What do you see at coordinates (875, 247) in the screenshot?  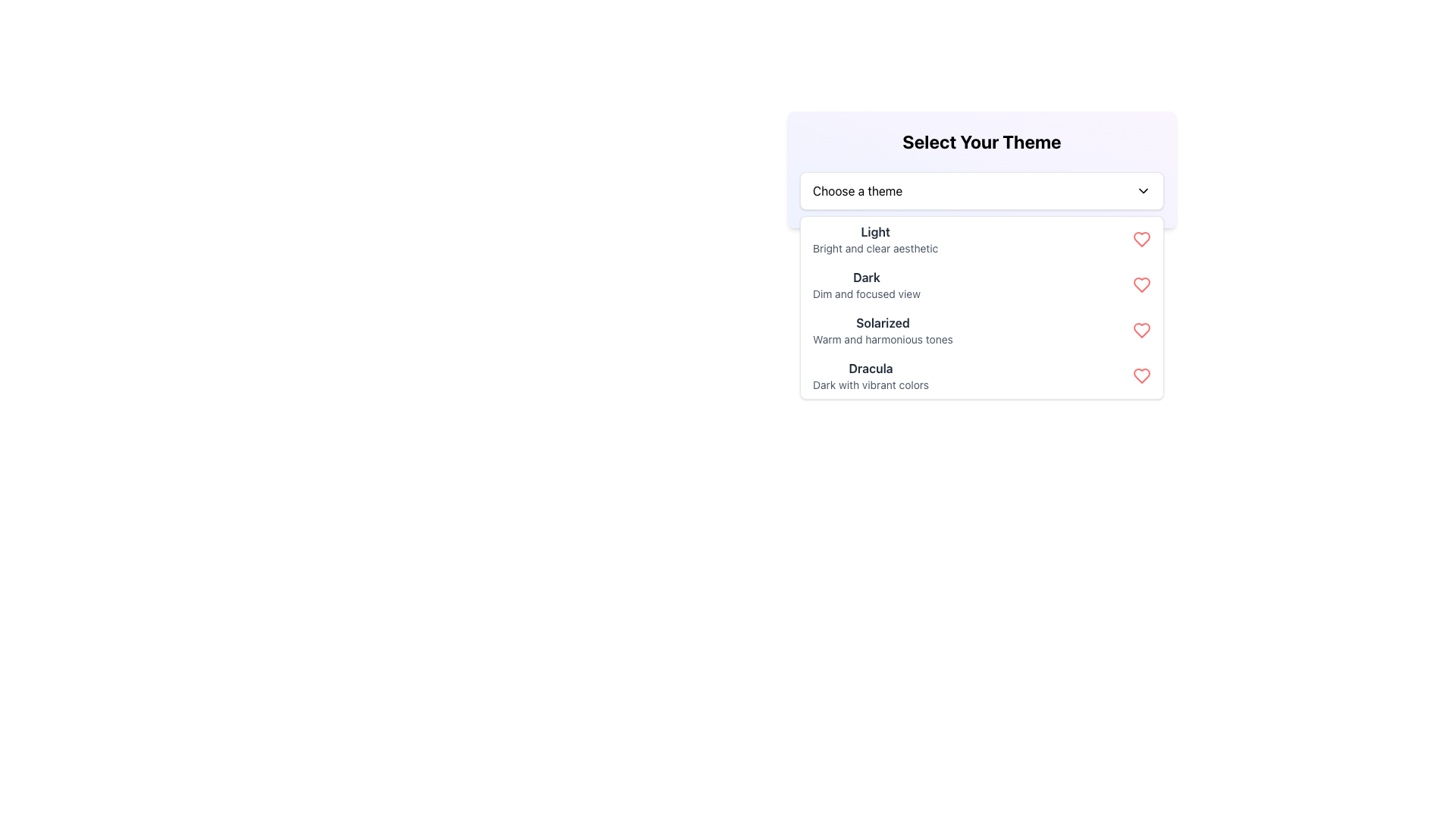 I see `the descriptive text label for the 'Light' theme option located below the main label in the dropdown menu` at bounding box center [875, 247].